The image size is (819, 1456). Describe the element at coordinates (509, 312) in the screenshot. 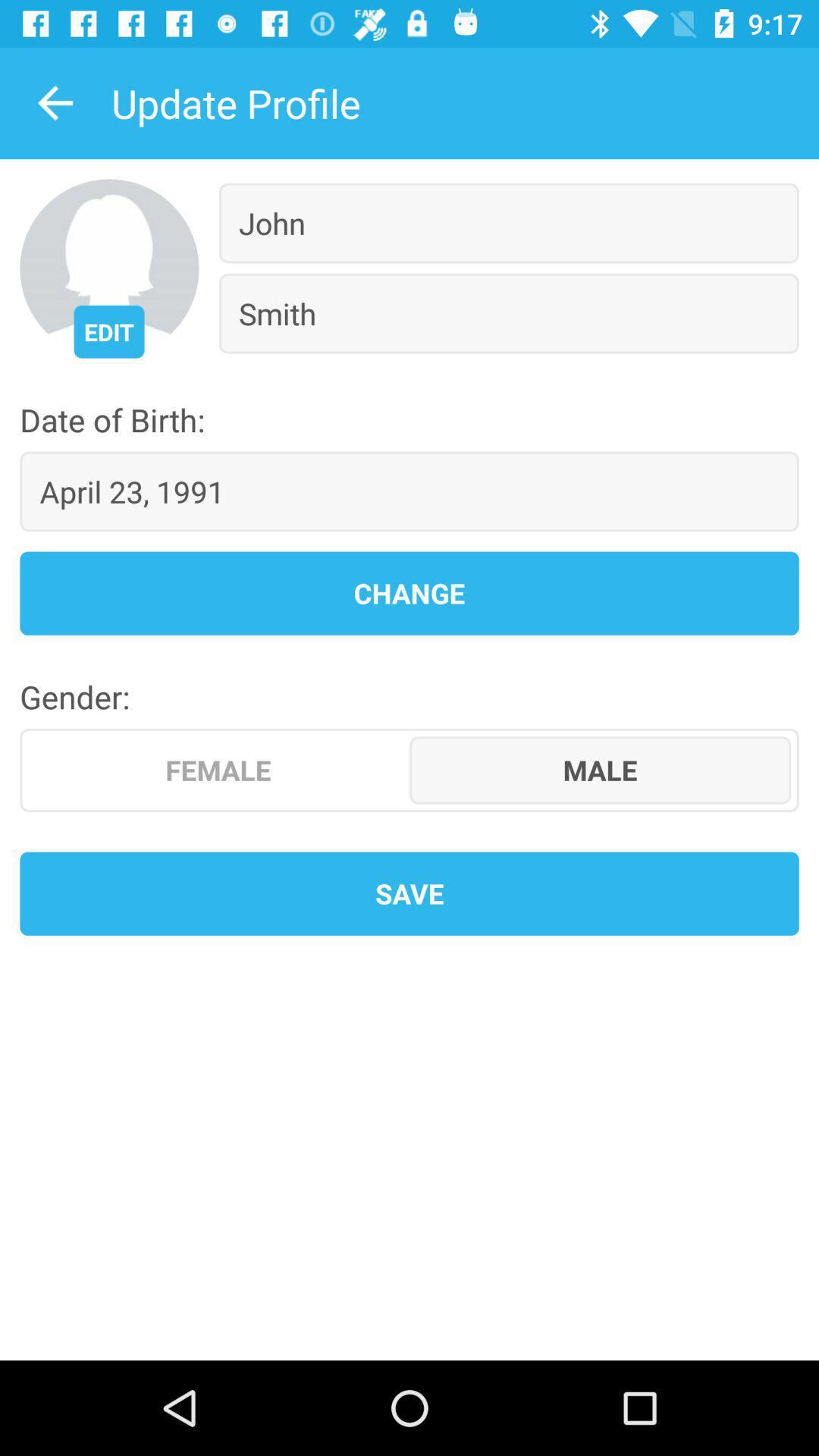

I see `the smith` at that location.